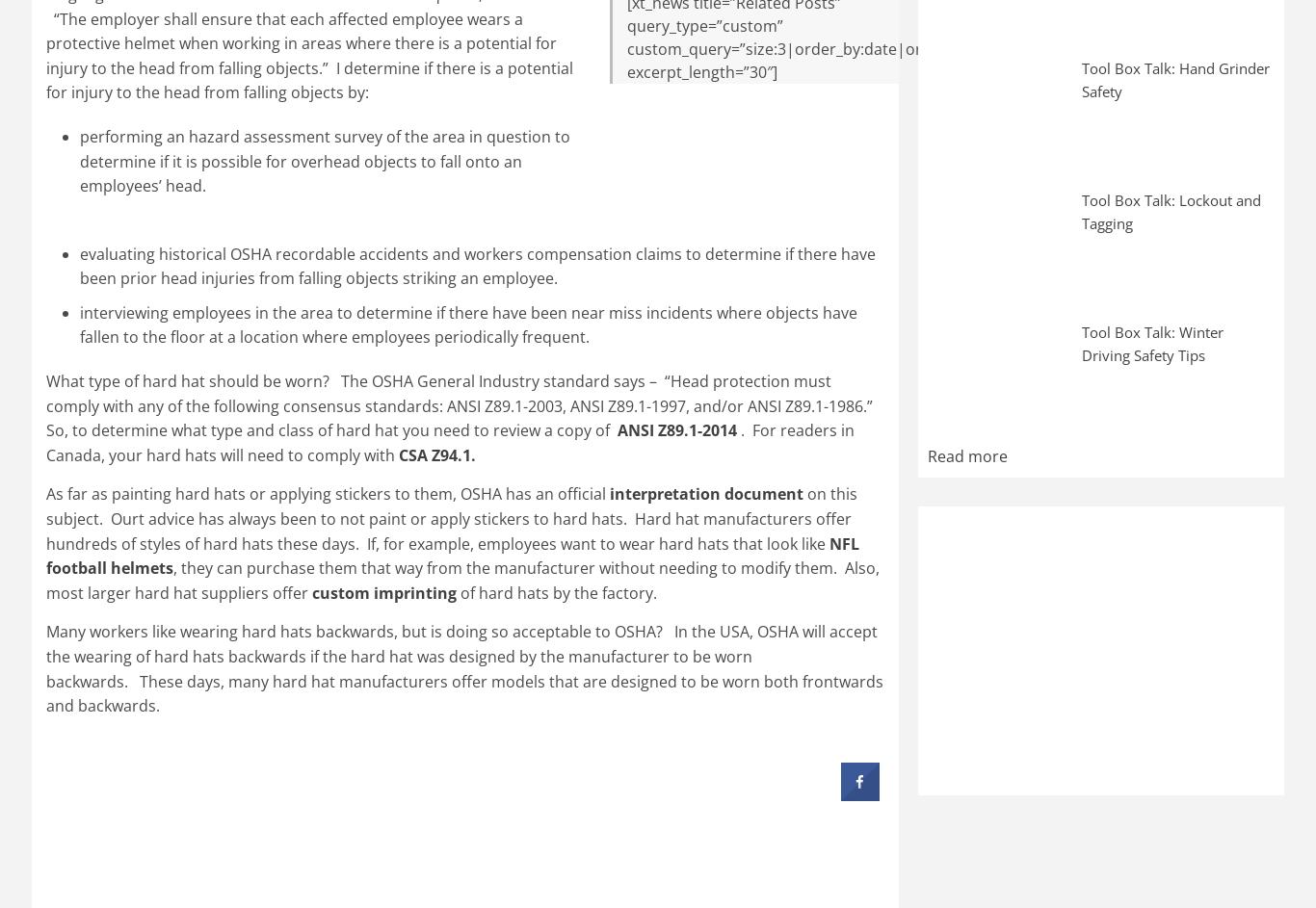 The height and width of the screenshot is (908, 1316). What do you see at coordinates (1175, 78) in the screenshot?
I see `'Tool Box Talk: Hand Grinder Safety'` at bounding box center [1175, 78].